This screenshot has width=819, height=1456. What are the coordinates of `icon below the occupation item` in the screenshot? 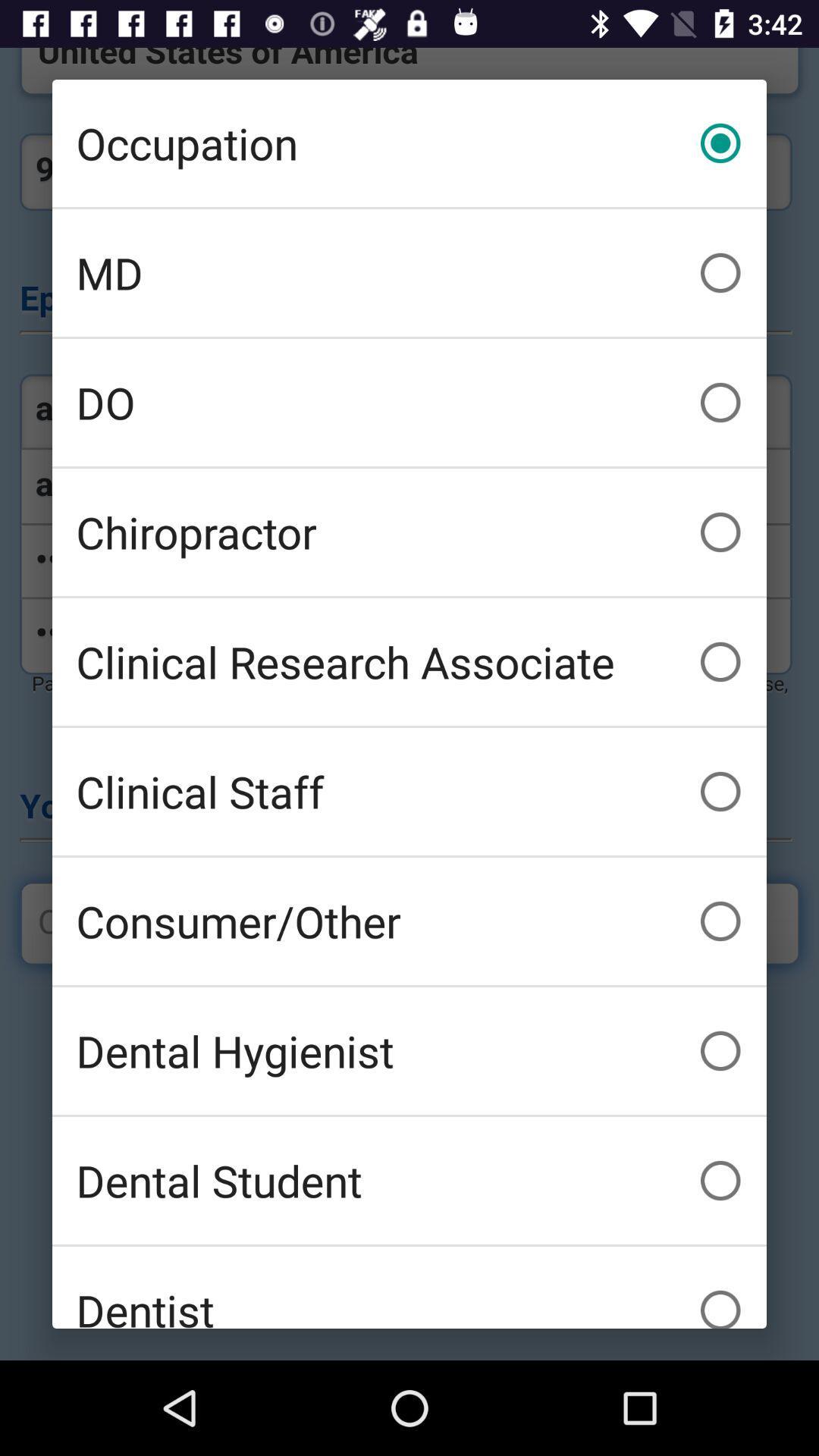 It's located at (409, 273).